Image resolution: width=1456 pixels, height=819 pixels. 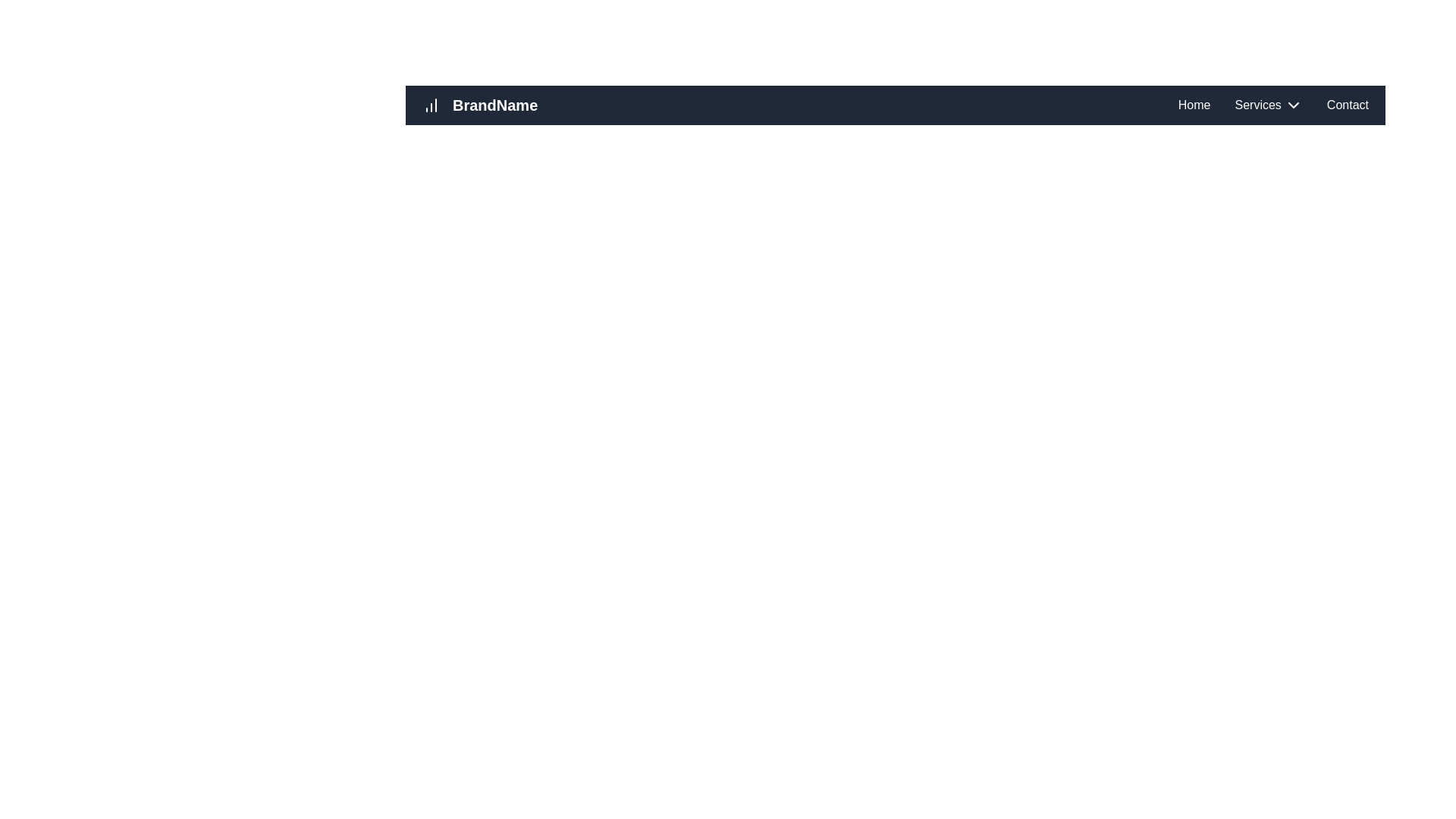 I want to click on the clickable brand logo located at the top-left corner of the page, so click(x=479, y=104).